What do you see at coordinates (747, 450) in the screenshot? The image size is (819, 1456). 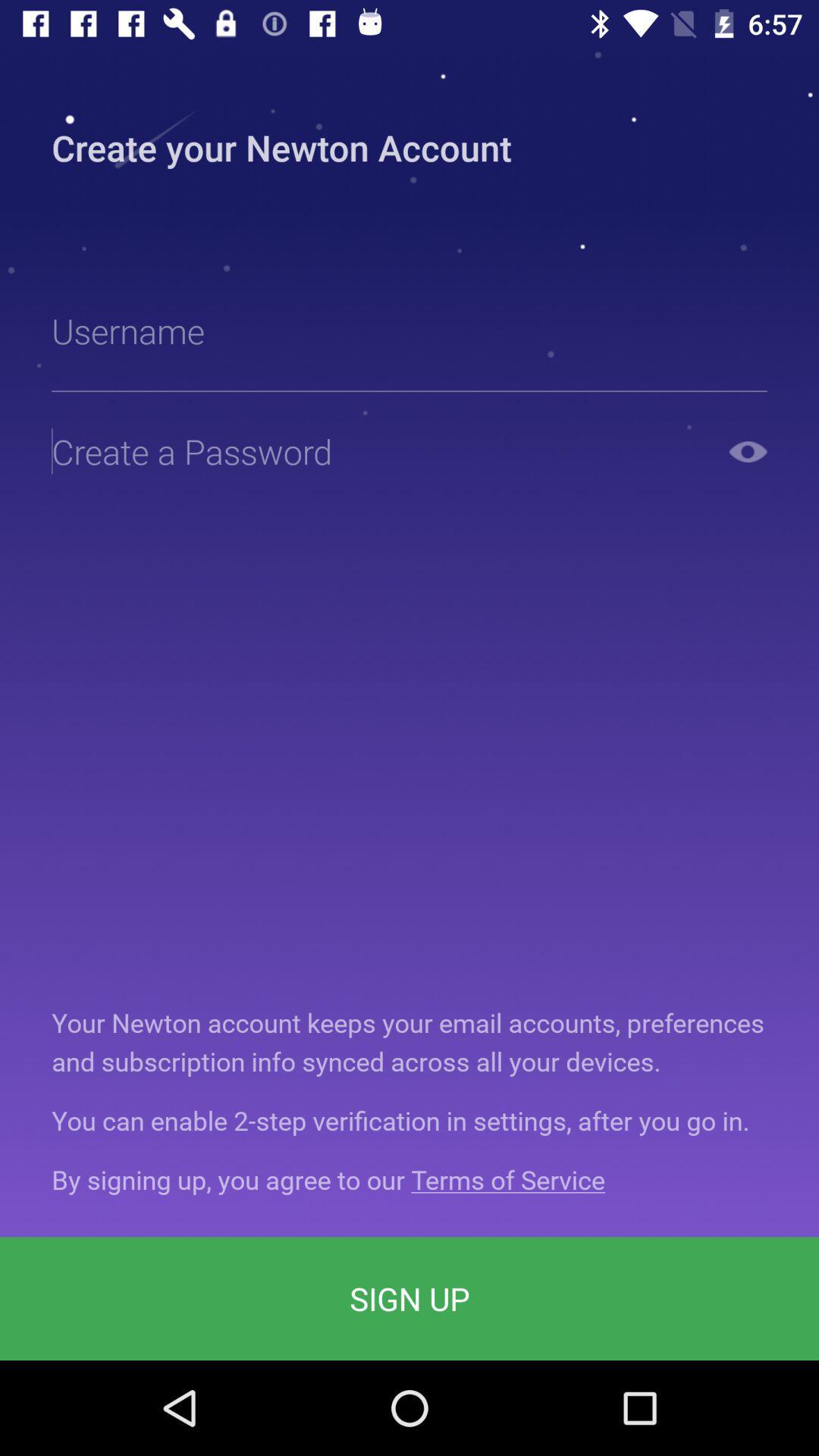 I see `the minus icon` at bounding box center [747, 450].